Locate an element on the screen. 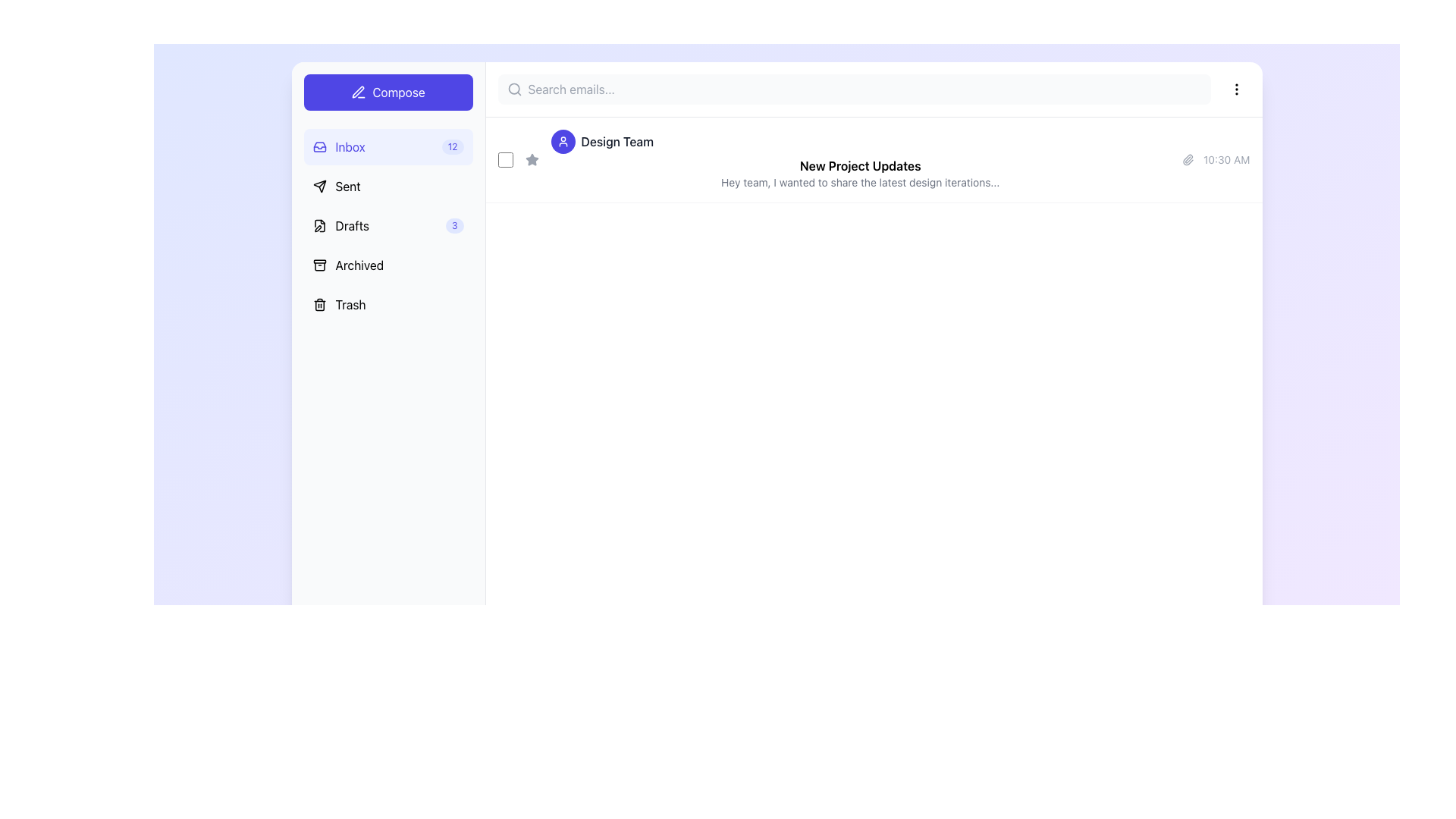 The height and width of the screenshot is (819, 1456). the Avatar Icon representing the 'Design Team' in the email list is located at coordinates (562, 141).